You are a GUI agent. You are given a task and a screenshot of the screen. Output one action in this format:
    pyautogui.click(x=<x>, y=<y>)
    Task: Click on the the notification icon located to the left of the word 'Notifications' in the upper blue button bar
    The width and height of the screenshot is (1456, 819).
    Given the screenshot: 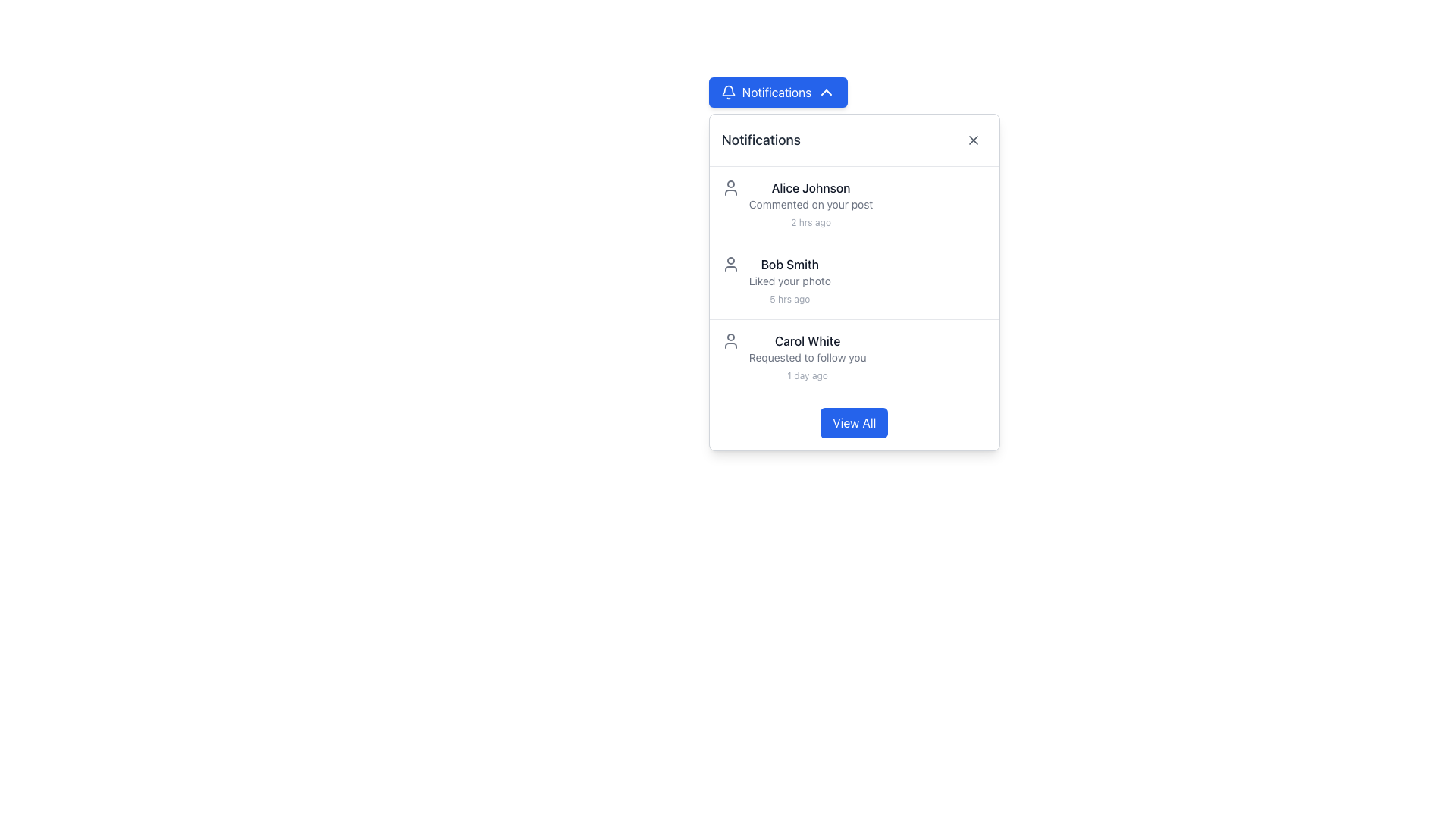 What is the action you would take?
    pyautogui.click(x=728, y=93)
    